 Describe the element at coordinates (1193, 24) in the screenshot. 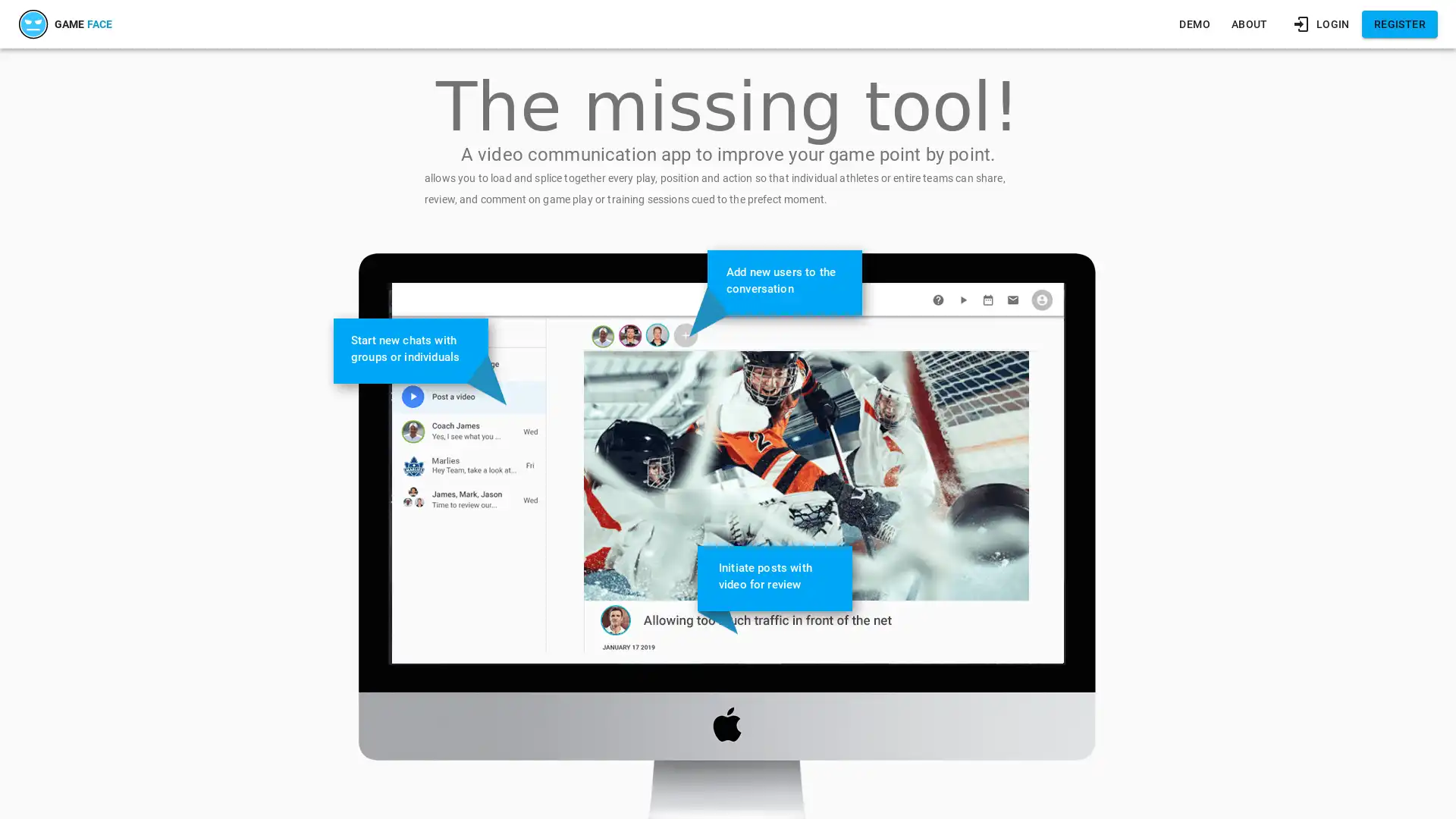

I see `DEMO` at that location.